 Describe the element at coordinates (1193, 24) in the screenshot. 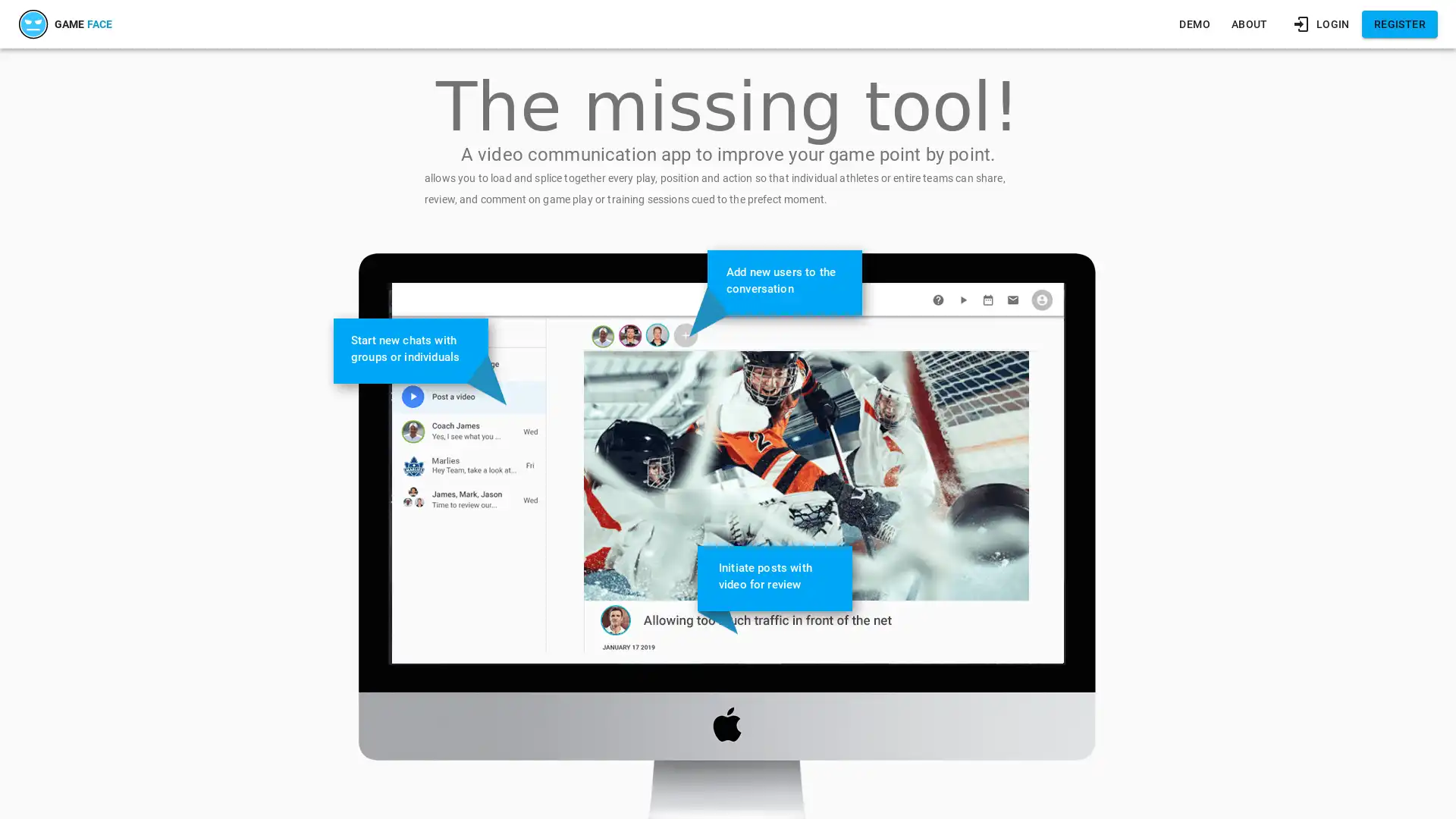

I see `DEMO` at that location.